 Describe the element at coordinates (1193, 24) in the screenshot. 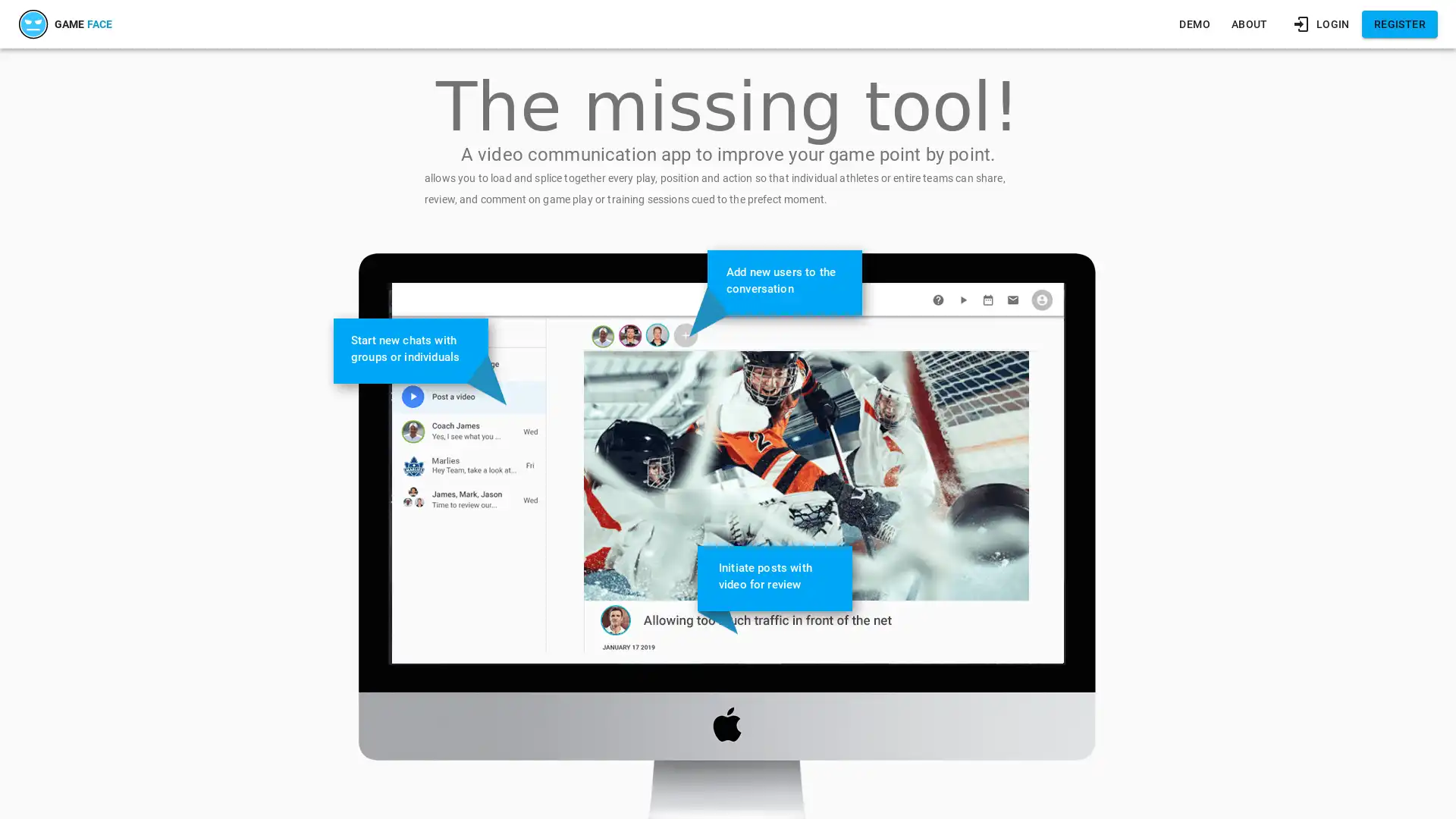

I see `DEMO` at that location.